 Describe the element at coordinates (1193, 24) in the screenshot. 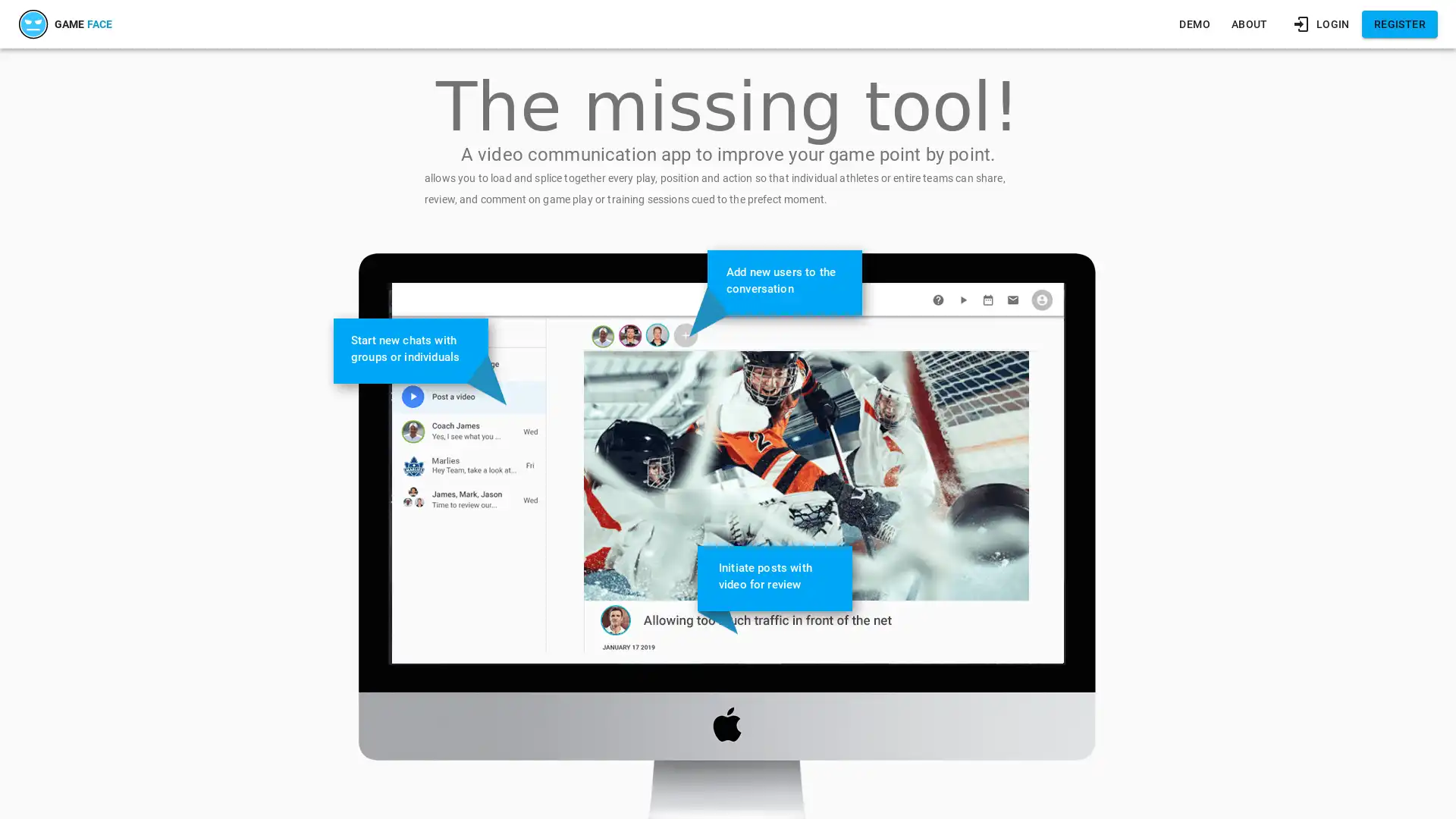

I see `DEMO` at that location.